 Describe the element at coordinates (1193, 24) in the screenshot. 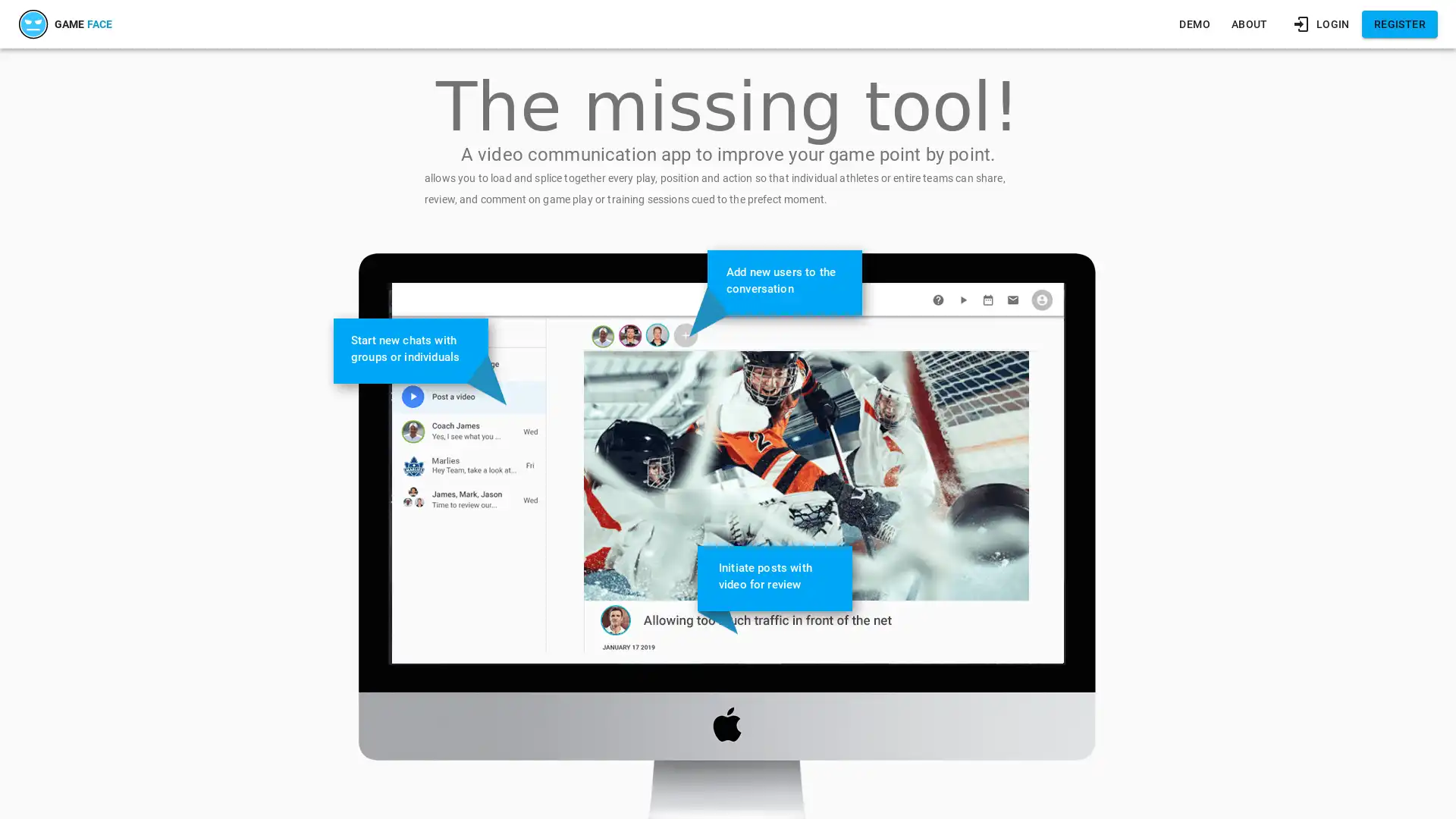

I see `DEMO` at that location.